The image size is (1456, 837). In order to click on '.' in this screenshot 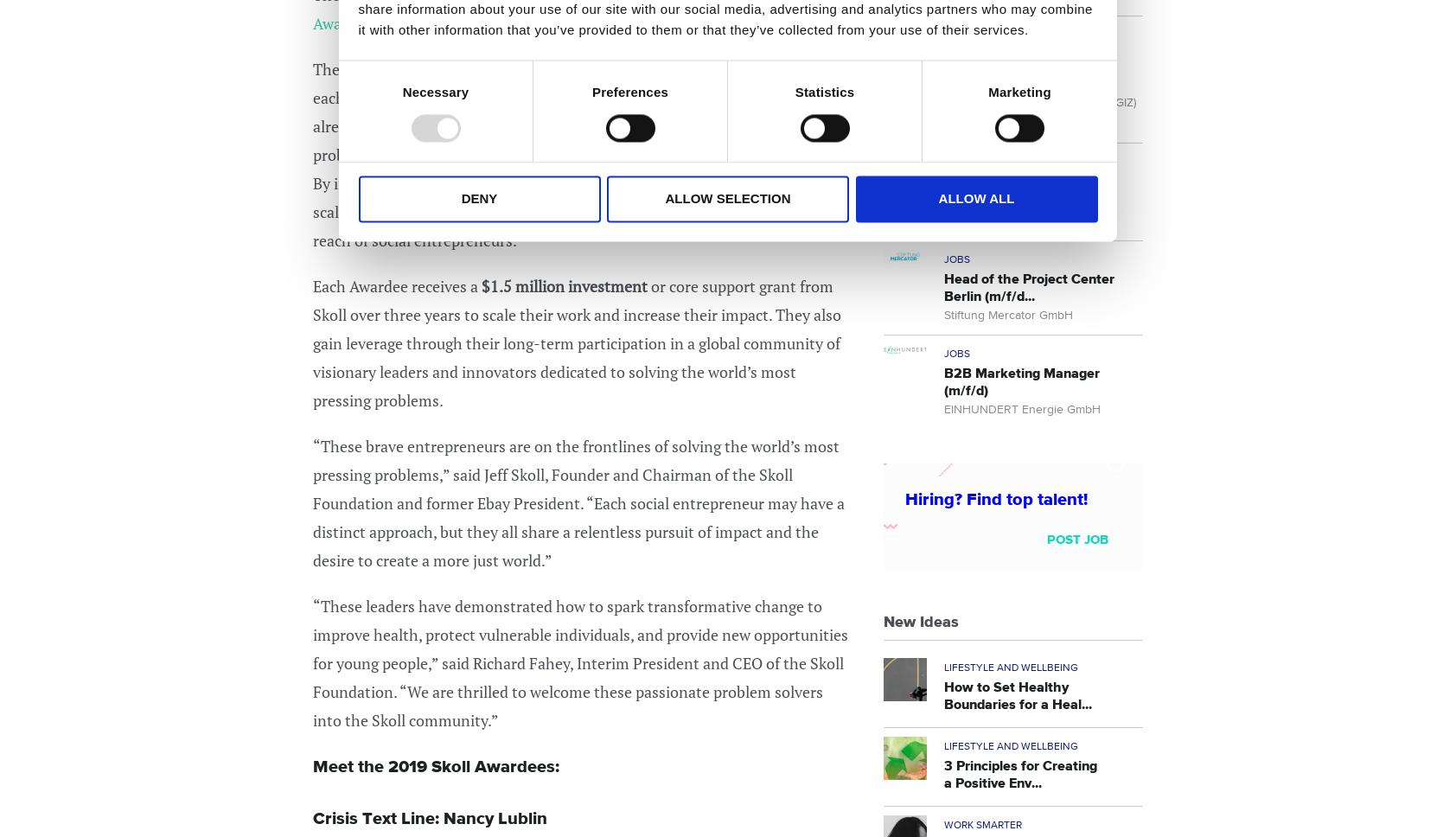, I will do `click(558, 22)`.